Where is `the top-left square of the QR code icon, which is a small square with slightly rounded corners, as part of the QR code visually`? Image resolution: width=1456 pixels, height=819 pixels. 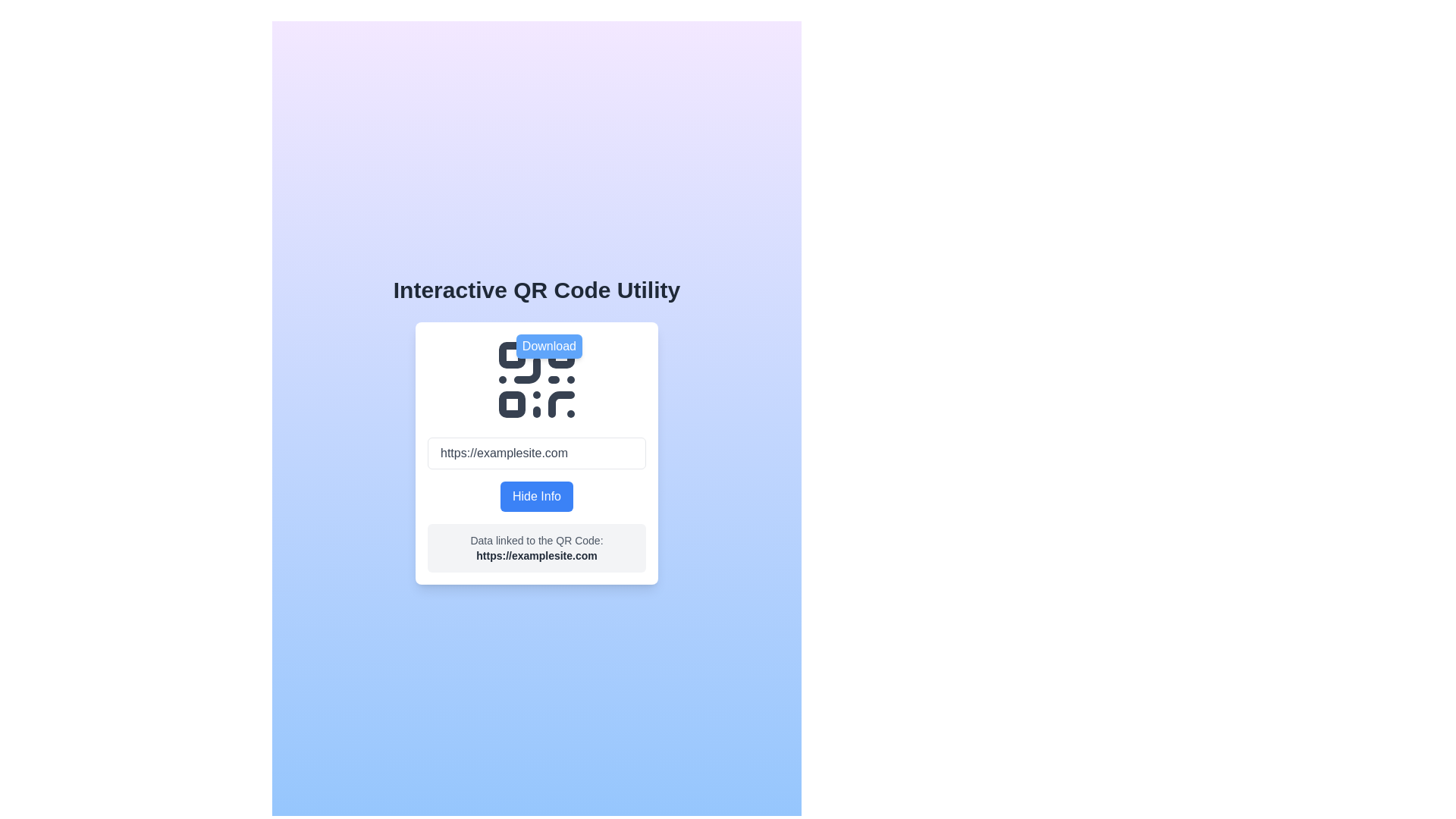 the top-left square of the QR code icon, which is a small square with slightly rounded corners, as part of the QR code visually is located at coordinates (512, 355).